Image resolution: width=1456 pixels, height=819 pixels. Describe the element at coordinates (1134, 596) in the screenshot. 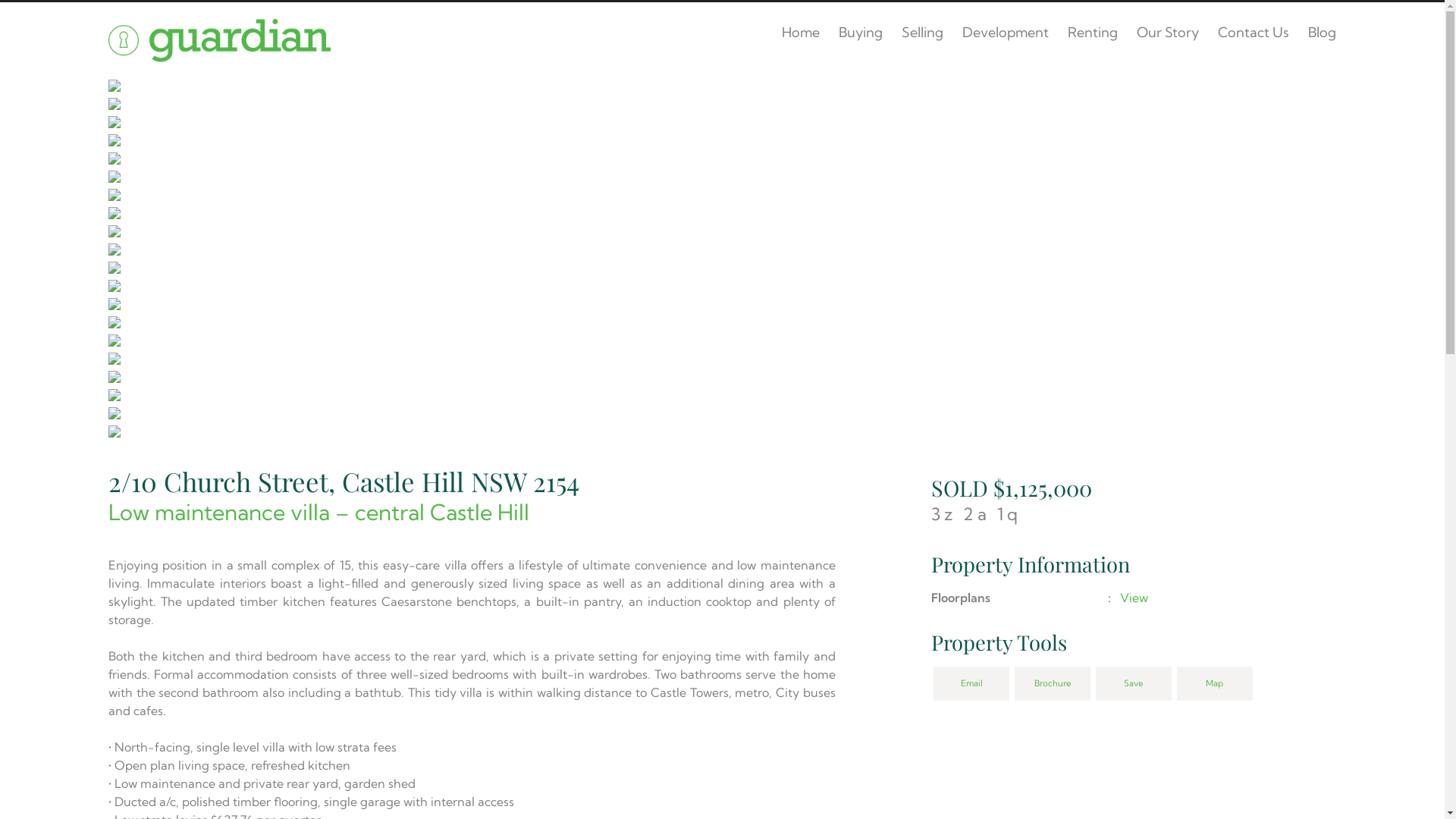

I see `'View'` at that location.